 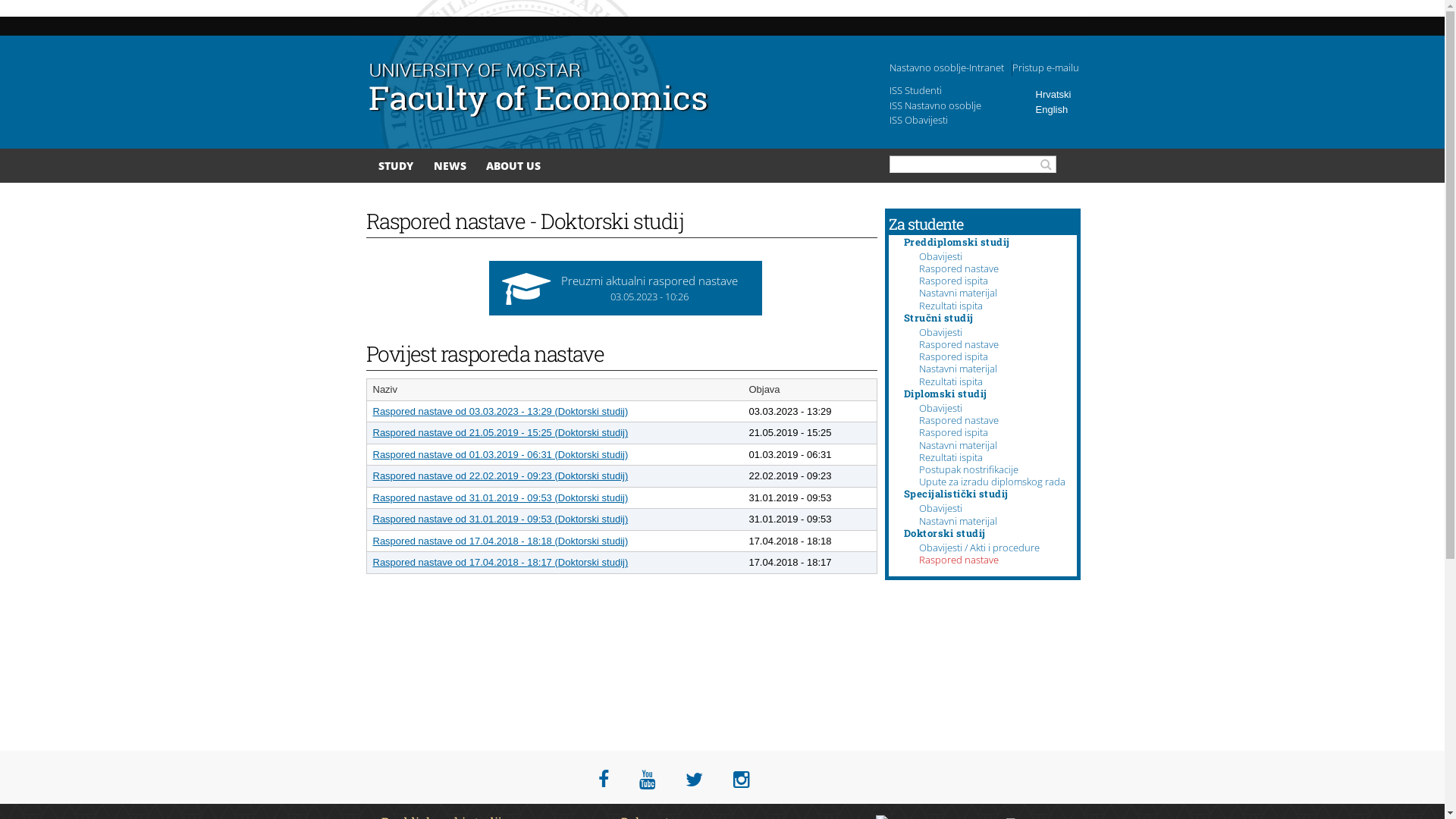 What do you see at coordinates (1043, 66) in the screenshot?
I see `'Pristup e-mailu'` at bounding box center [1043, 66].